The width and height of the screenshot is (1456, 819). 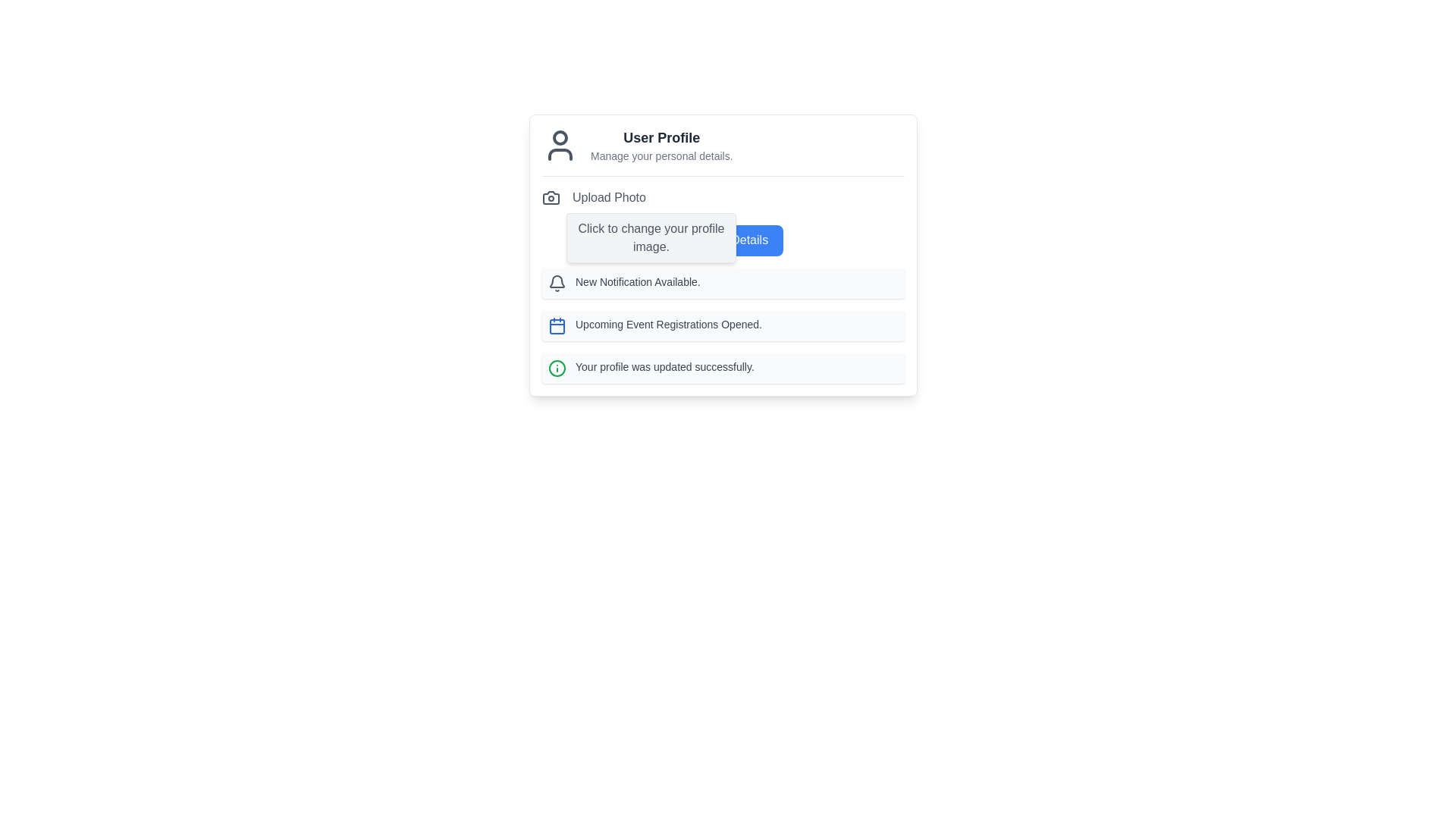 I want to click on the first notification in the notification box, so click(x=723, y=283).